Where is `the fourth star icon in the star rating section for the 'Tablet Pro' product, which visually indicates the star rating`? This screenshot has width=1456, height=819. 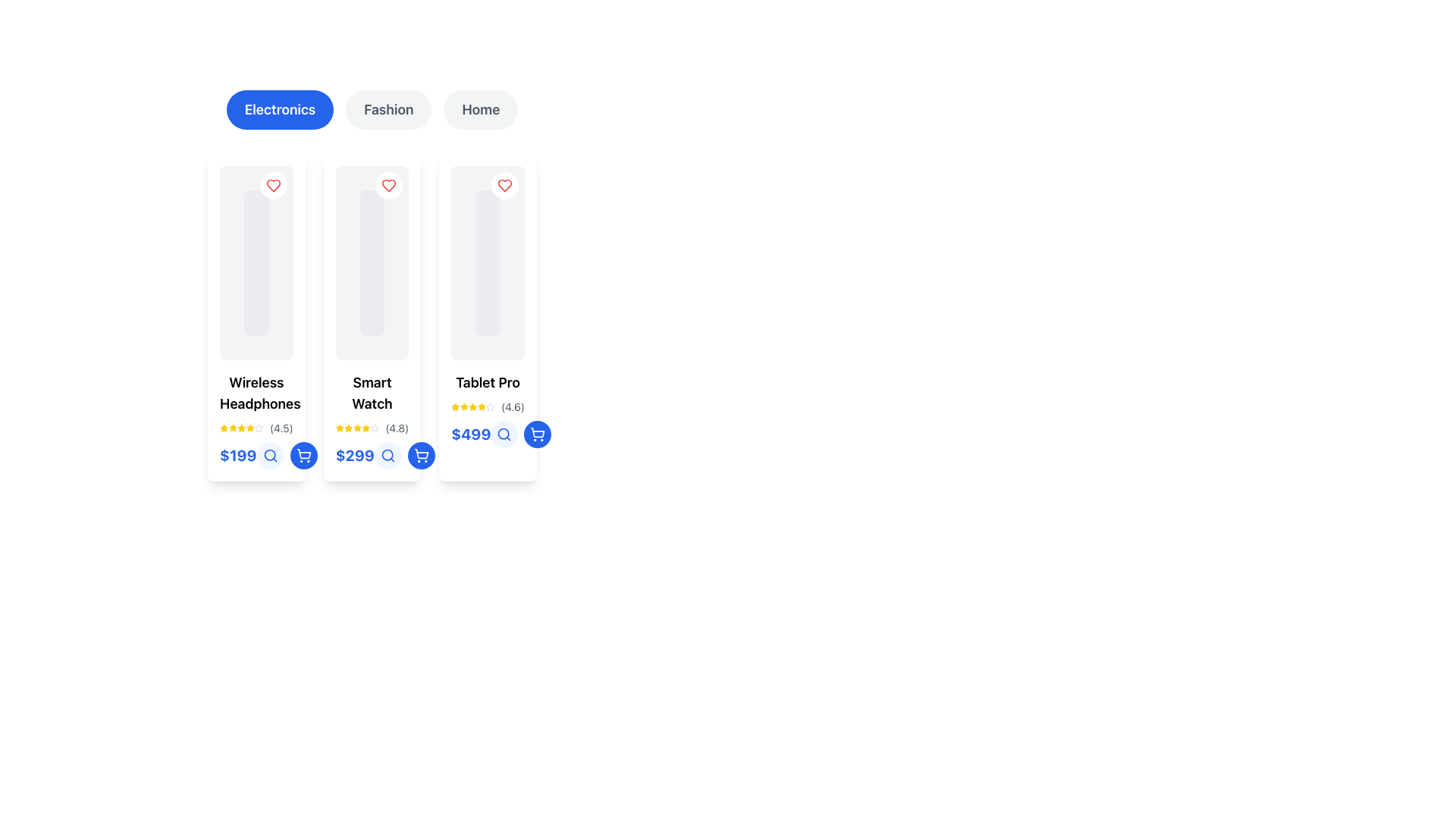
the fourth star icon in the star rating section for the 'Tablet Pro' product, which visually indicates the star rating is located at coordinates (472, 406).